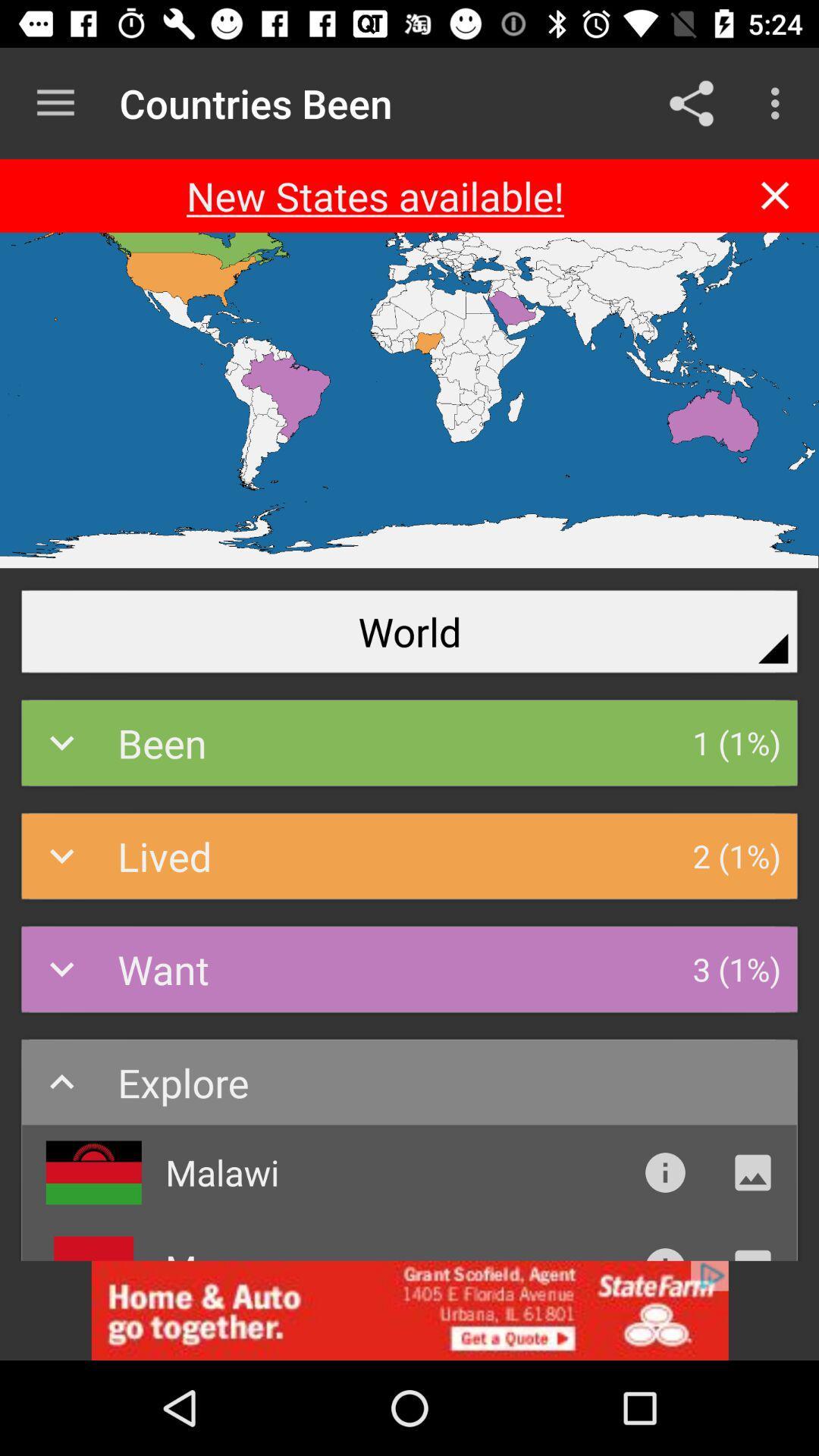 The height and width of the screenshot is (1456, 819). What do you see at coordinates (55, 102) in the screenshot?
I see `menu` at bounding box center [55, 102].